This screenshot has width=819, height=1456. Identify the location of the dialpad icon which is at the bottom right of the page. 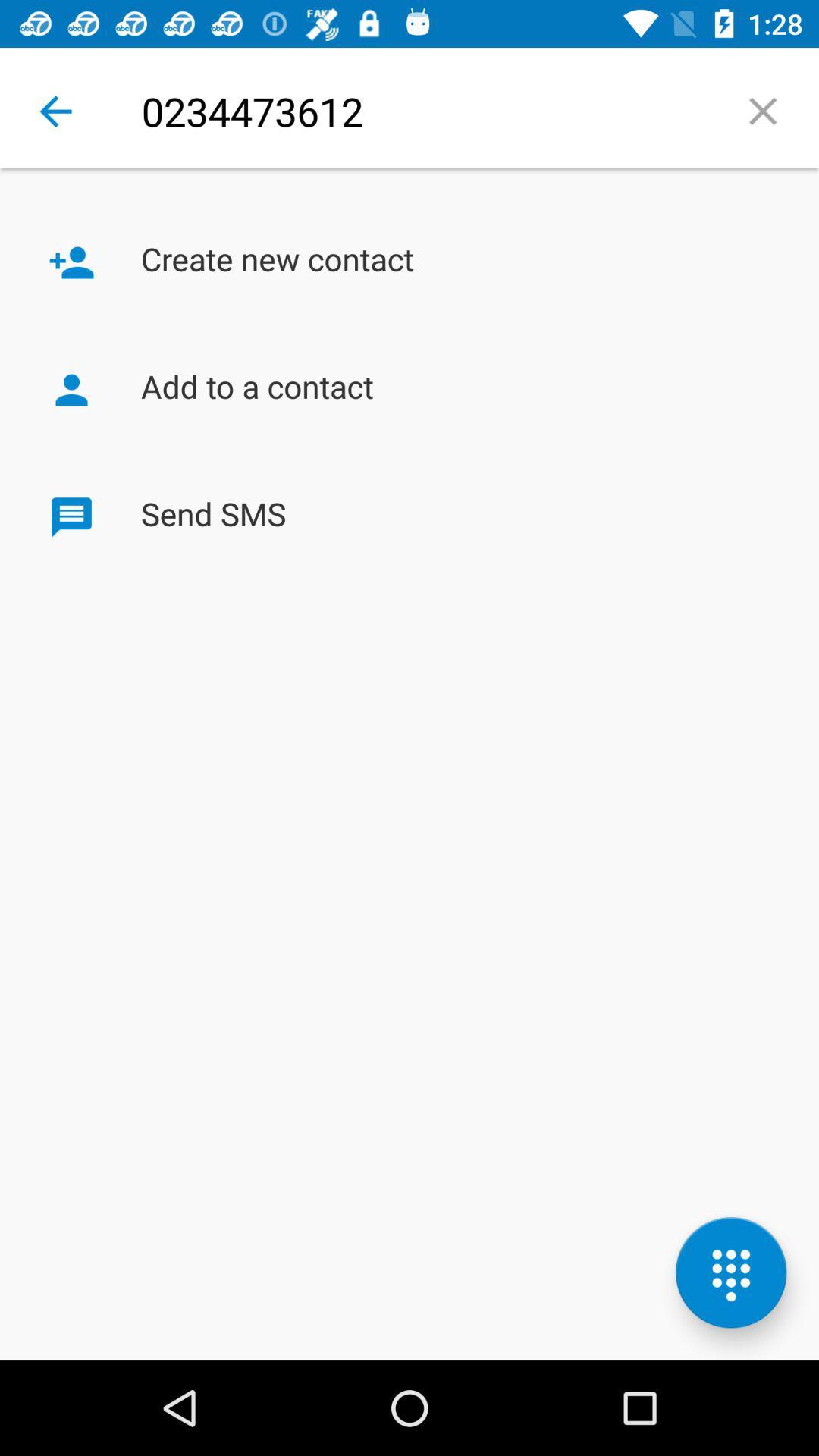
(730, 1272).